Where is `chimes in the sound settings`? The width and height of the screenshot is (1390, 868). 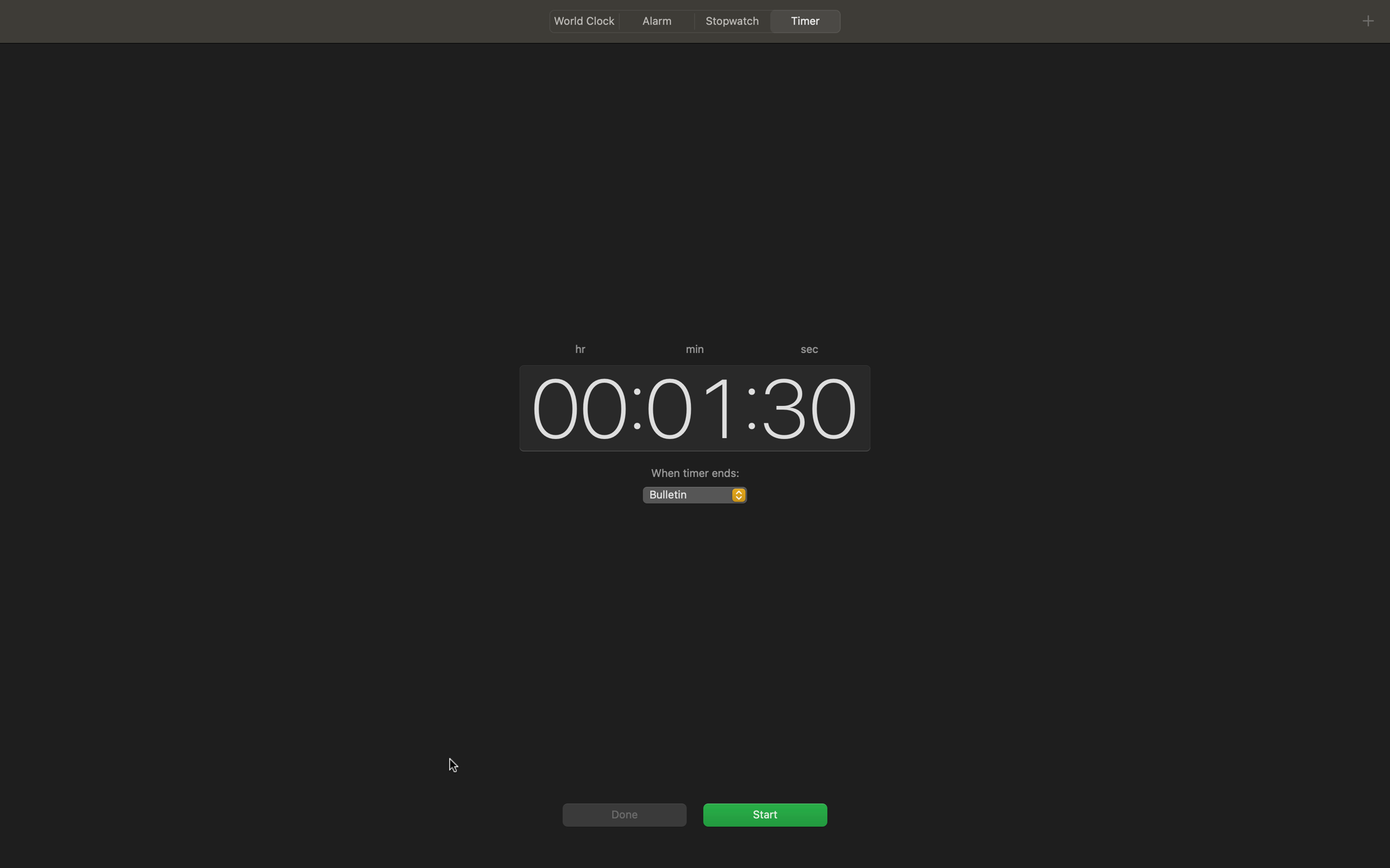
chimes in the sound settings is located at coordinates (693, 494).